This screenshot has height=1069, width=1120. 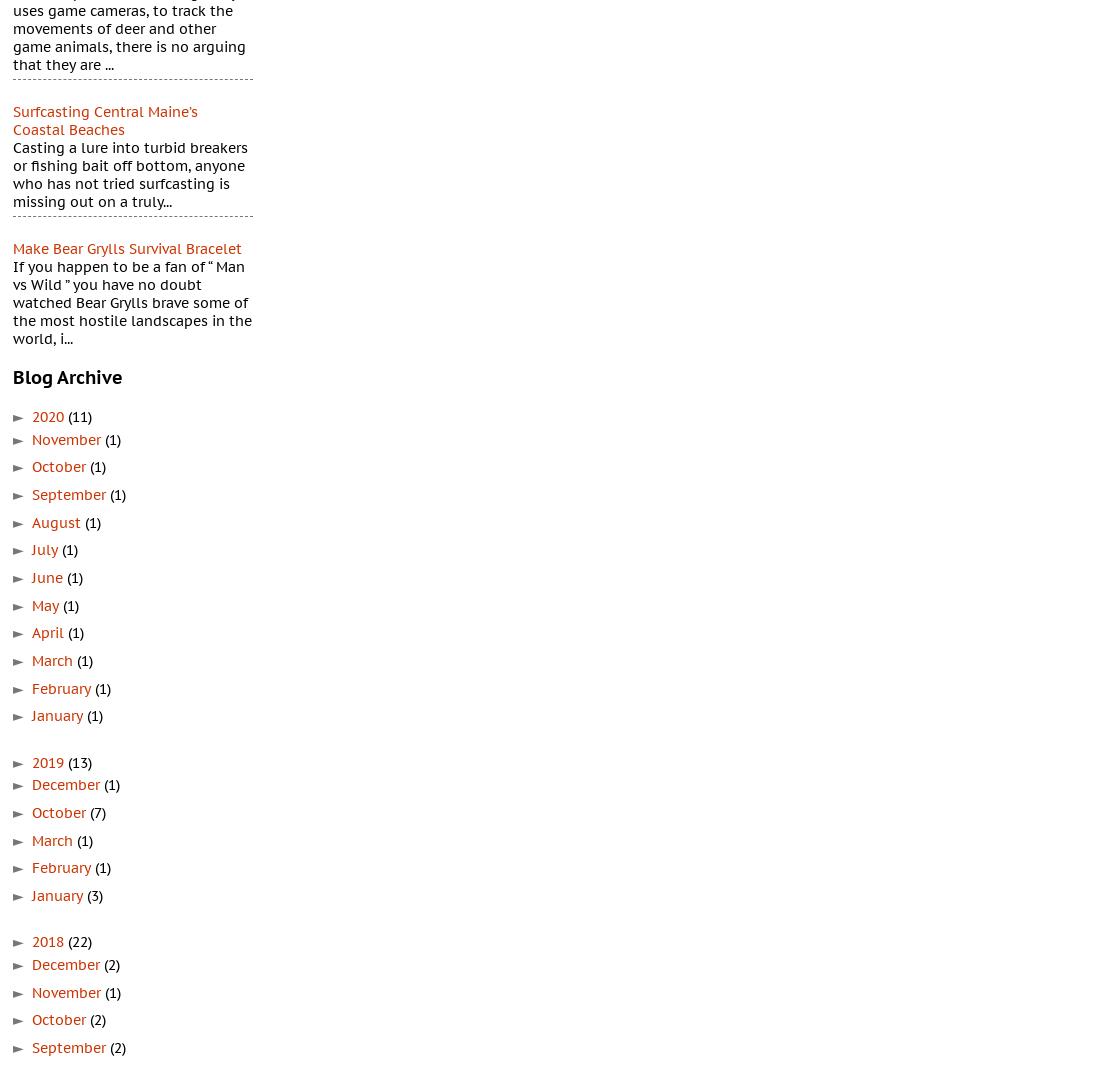 I want to click on '2018', so click(x=49, y=941).